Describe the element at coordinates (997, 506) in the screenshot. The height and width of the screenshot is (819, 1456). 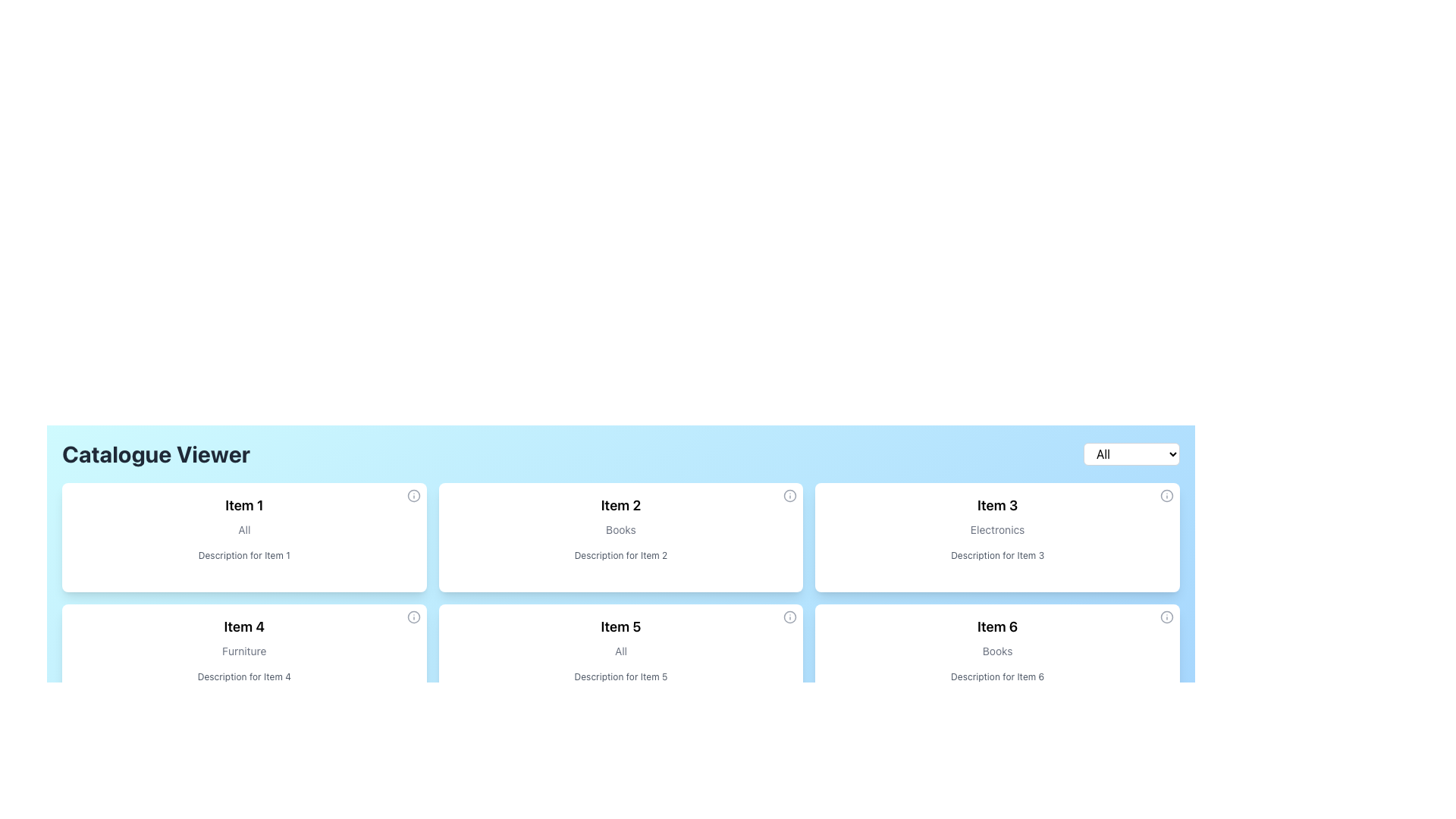
I see `the text content of the bold header reading 'Item 3', which is located at the top of the card component` at that location.